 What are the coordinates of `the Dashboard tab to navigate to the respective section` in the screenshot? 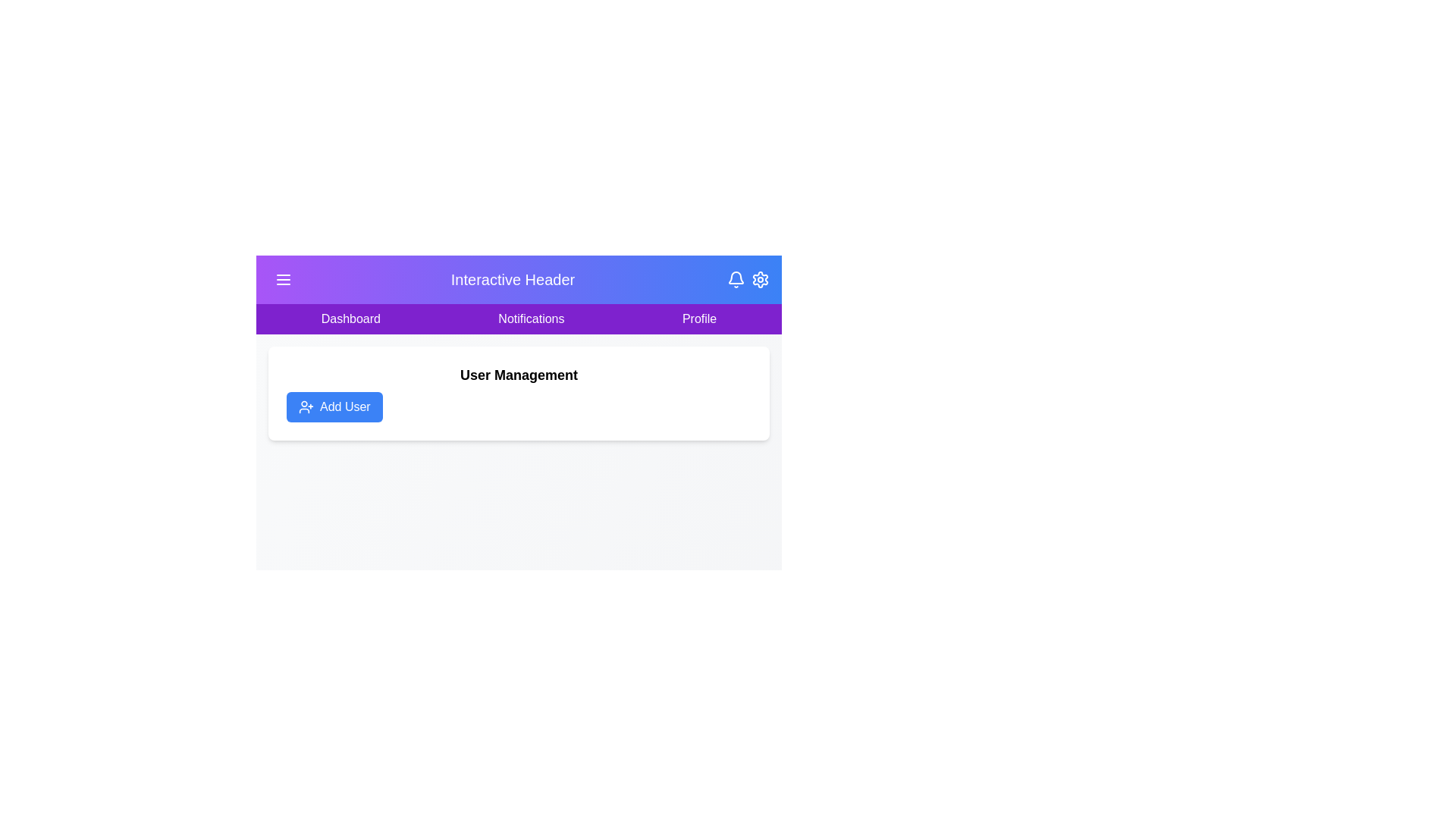 It's located at (349, 318).